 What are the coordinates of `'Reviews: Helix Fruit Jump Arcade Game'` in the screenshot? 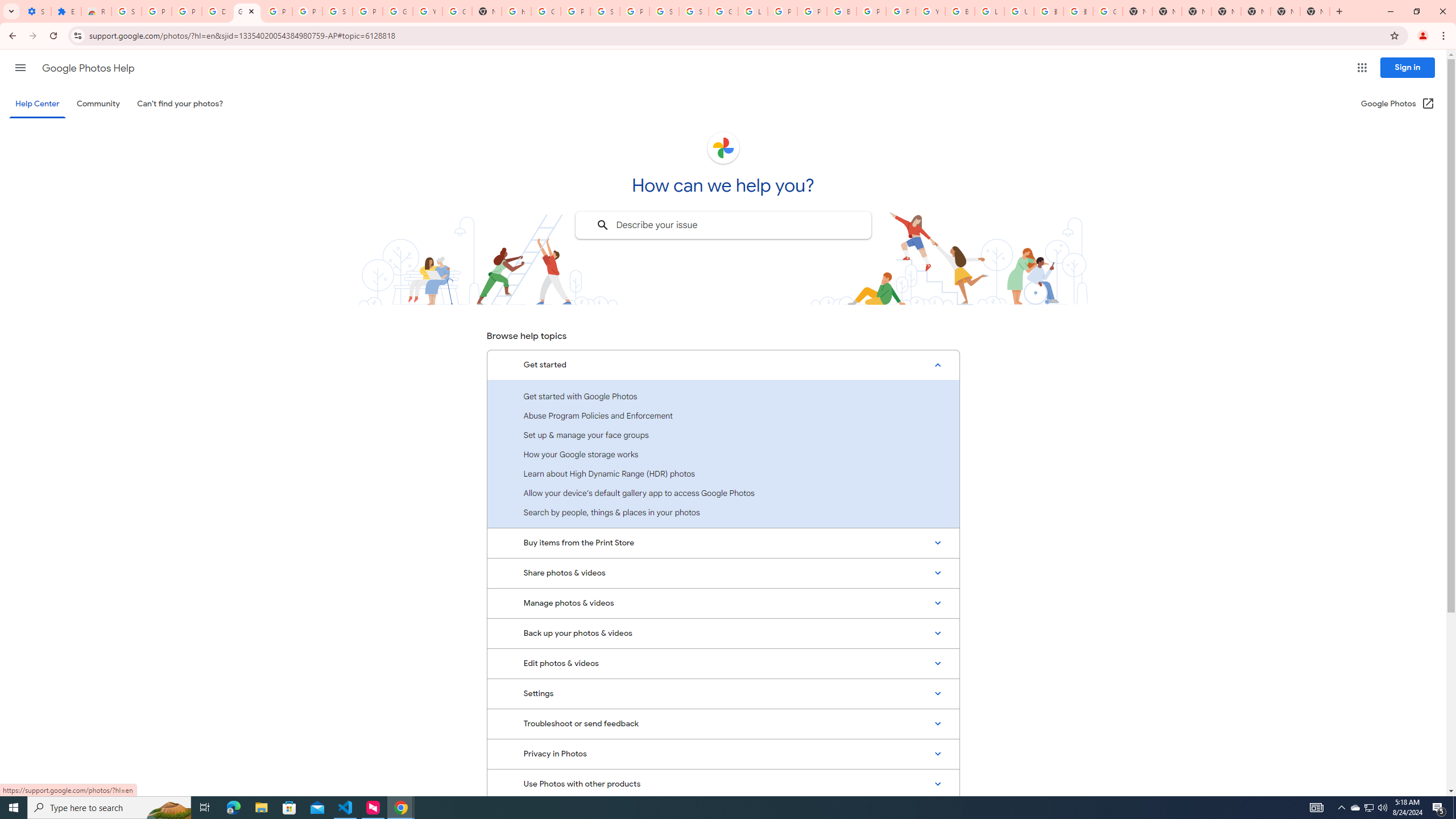 It's located at (95, 11).